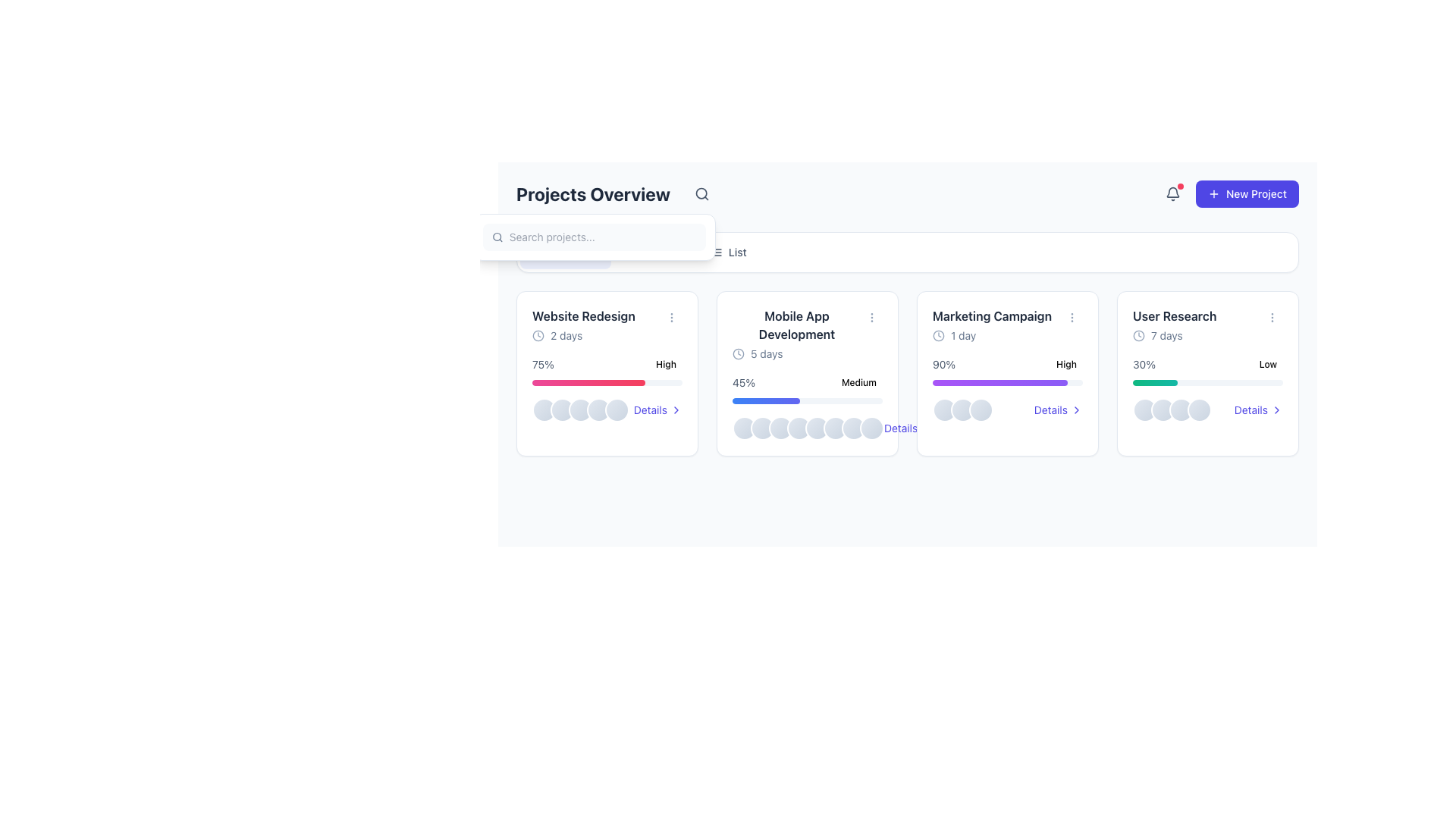  What do you see at coordinates (1057, 409) in the screenshot?
I see `the 'Details' text link with an accompanying icon located at the bottom-right corner of the 'Marketing Campaign' card` at bounding box center [1057, 409].